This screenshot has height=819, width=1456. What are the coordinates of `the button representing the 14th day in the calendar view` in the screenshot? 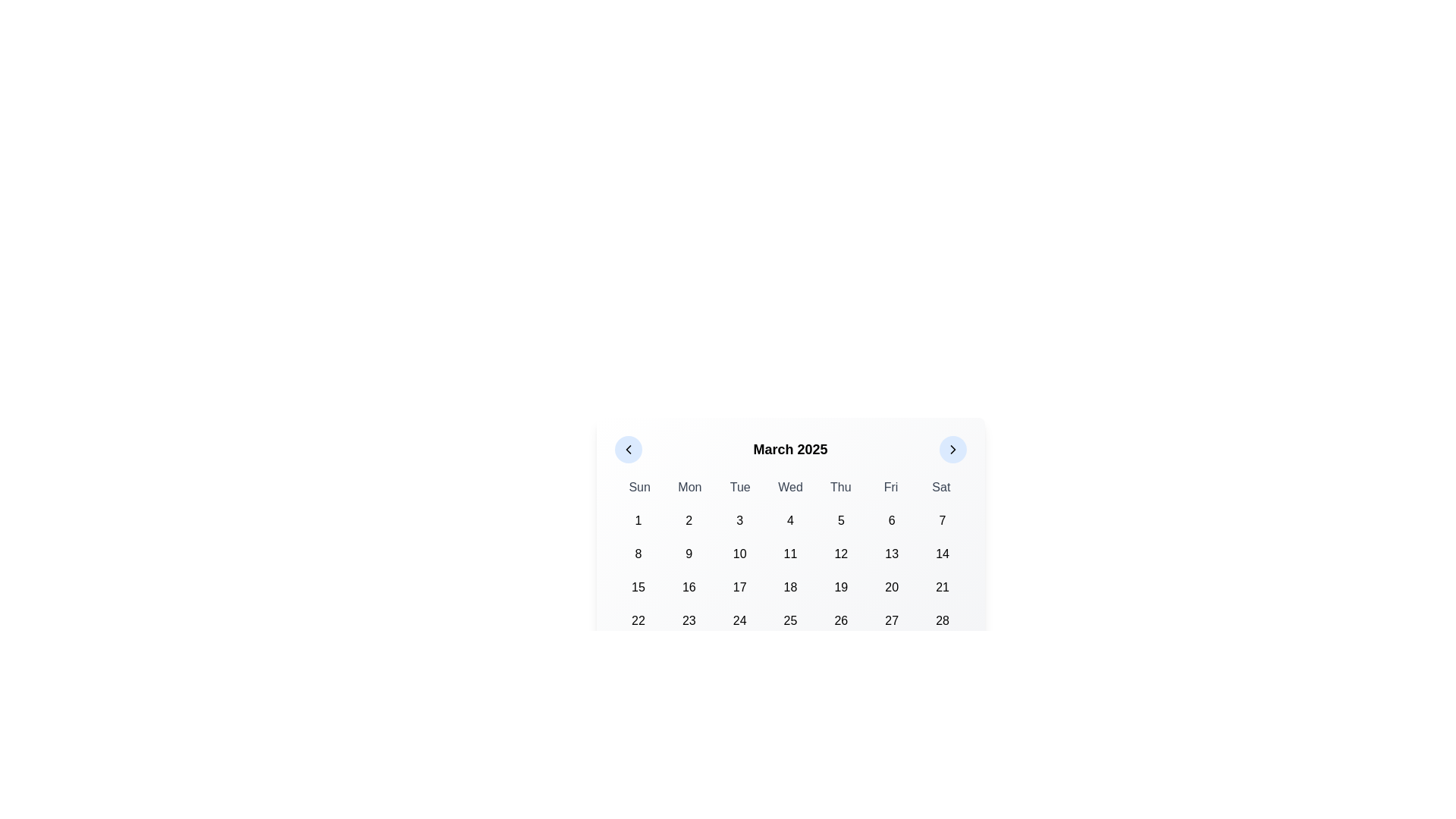 It's located at (942, 554).